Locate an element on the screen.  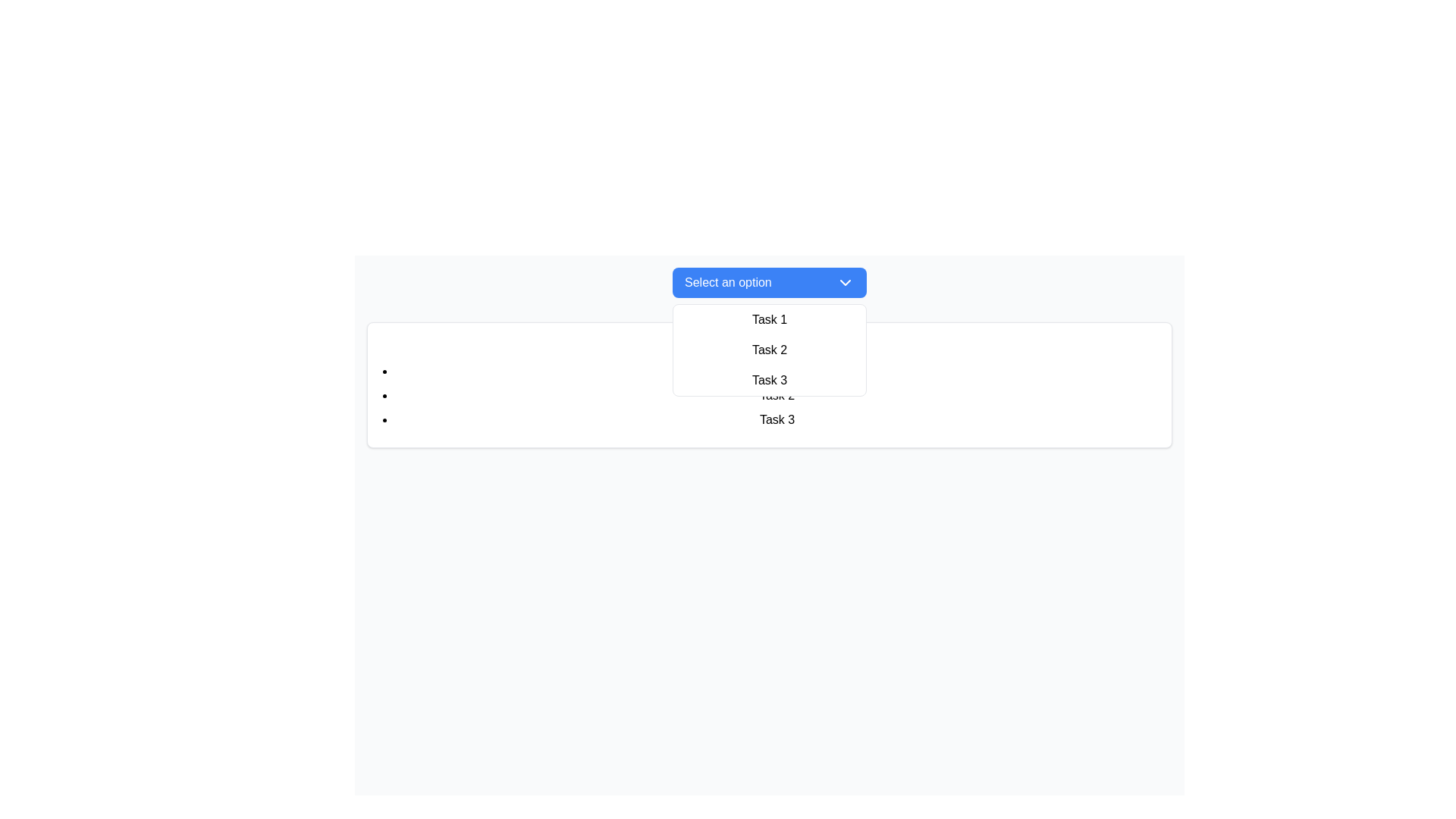
the 'Task Overview' label, which is displayed in bold font at the top of a white background content box is located at coordinates (769, 345).